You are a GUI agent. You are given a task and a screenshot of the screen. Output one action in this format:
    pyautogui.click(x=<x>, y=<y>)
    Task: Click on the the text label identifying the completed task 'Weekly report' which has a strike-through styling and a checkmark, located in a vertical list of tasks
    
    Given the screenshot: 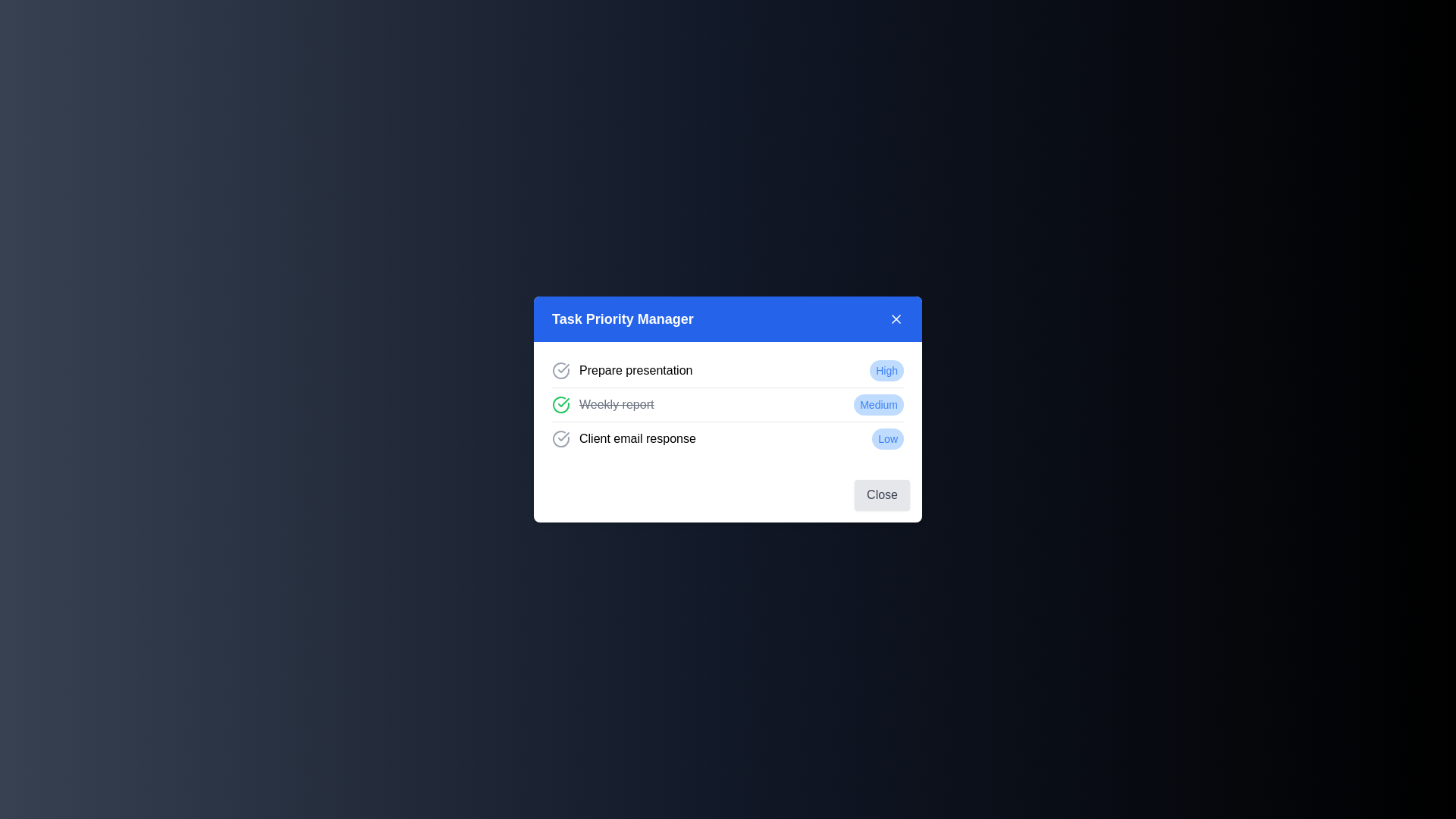 What is the action you would take?
    pyautogui.click(x=602, y=403)
    